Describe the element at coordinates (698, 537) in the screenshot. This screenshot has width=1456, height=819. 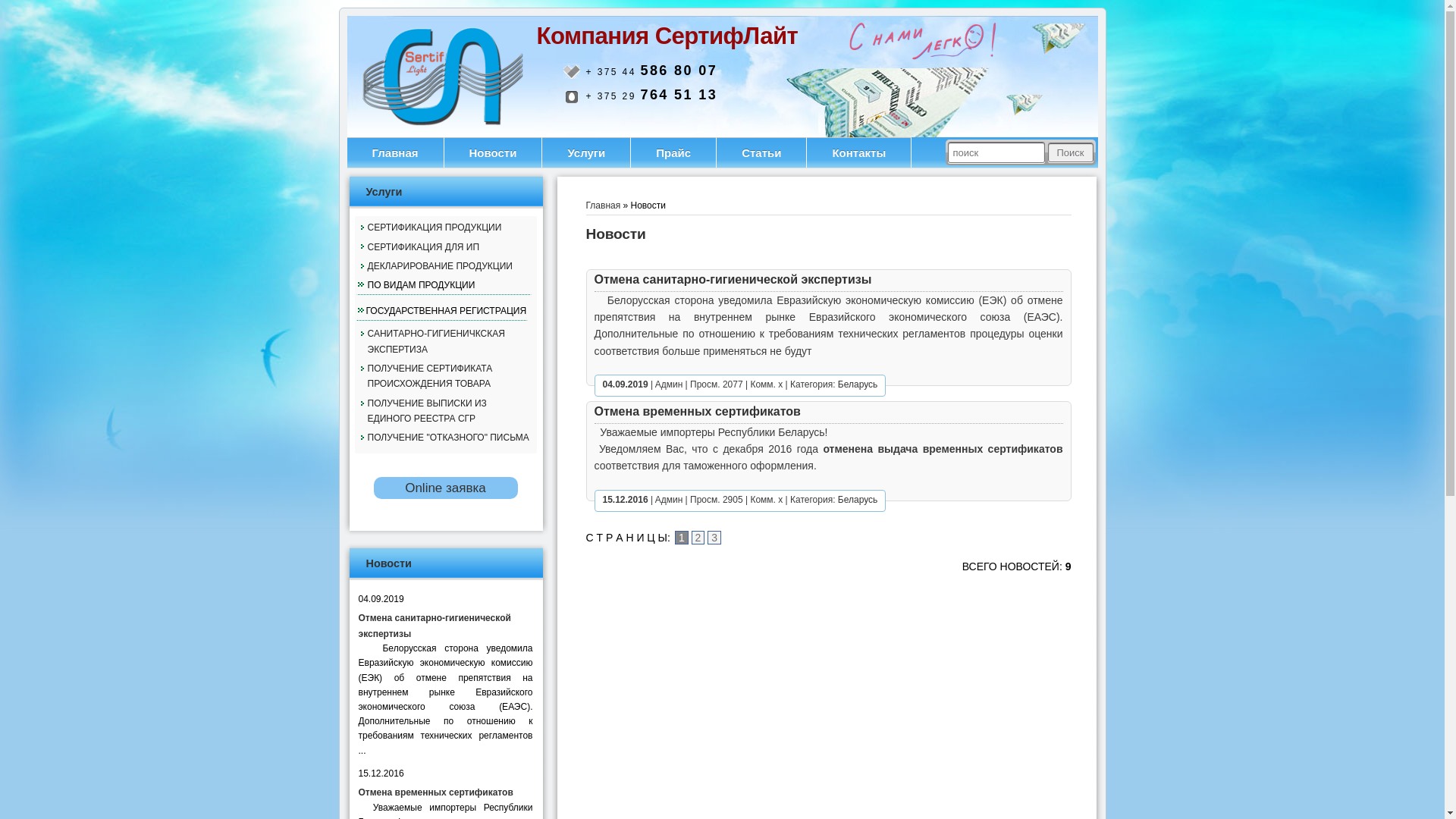
I see `'2'` at that location.